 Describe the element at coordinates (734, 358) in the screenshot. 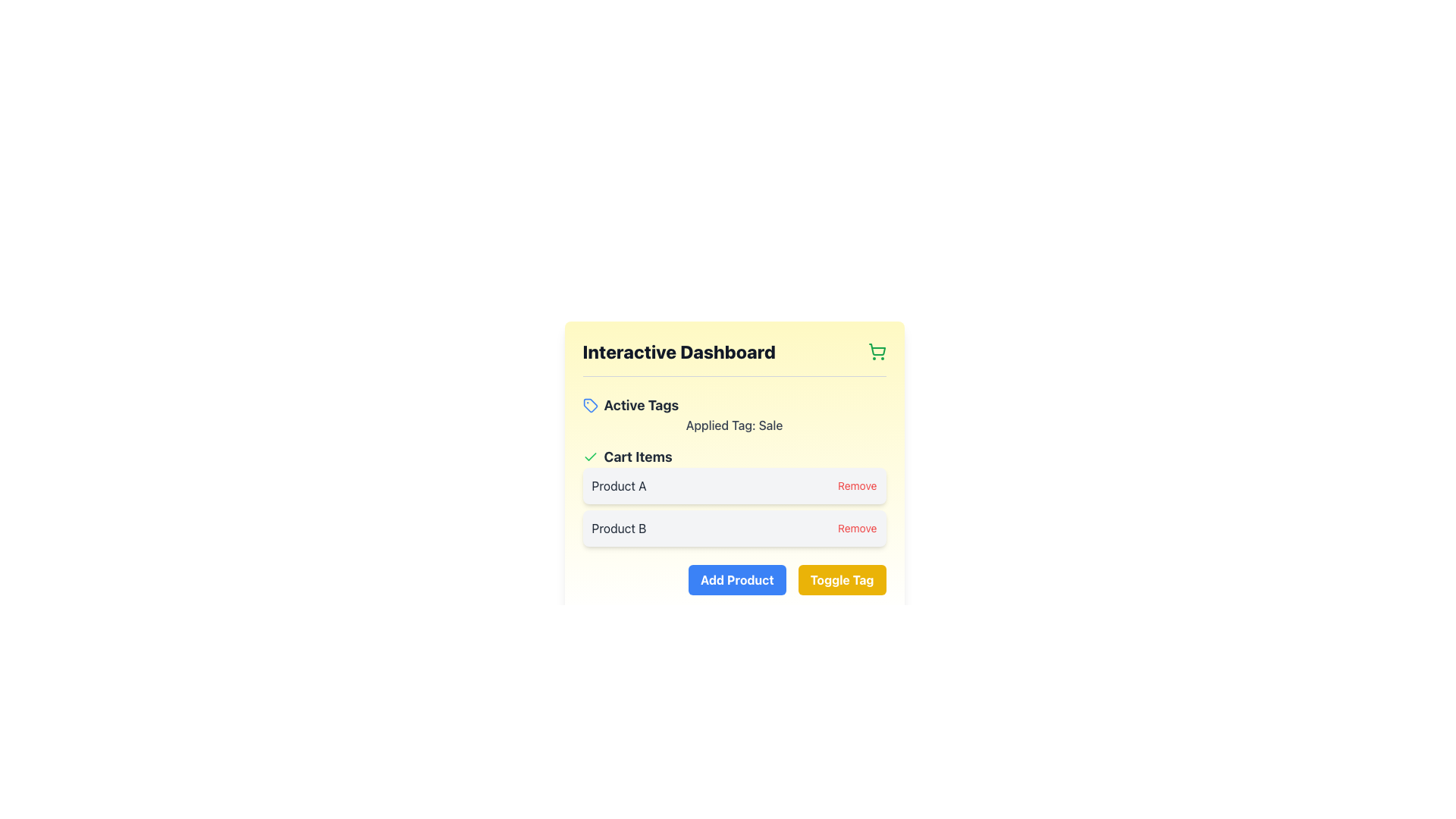

I see `the Header text with an accompanying icon located at the top of the card layout, centered horizontally above 'Active Tags' and 'Cart Items'` at that location.